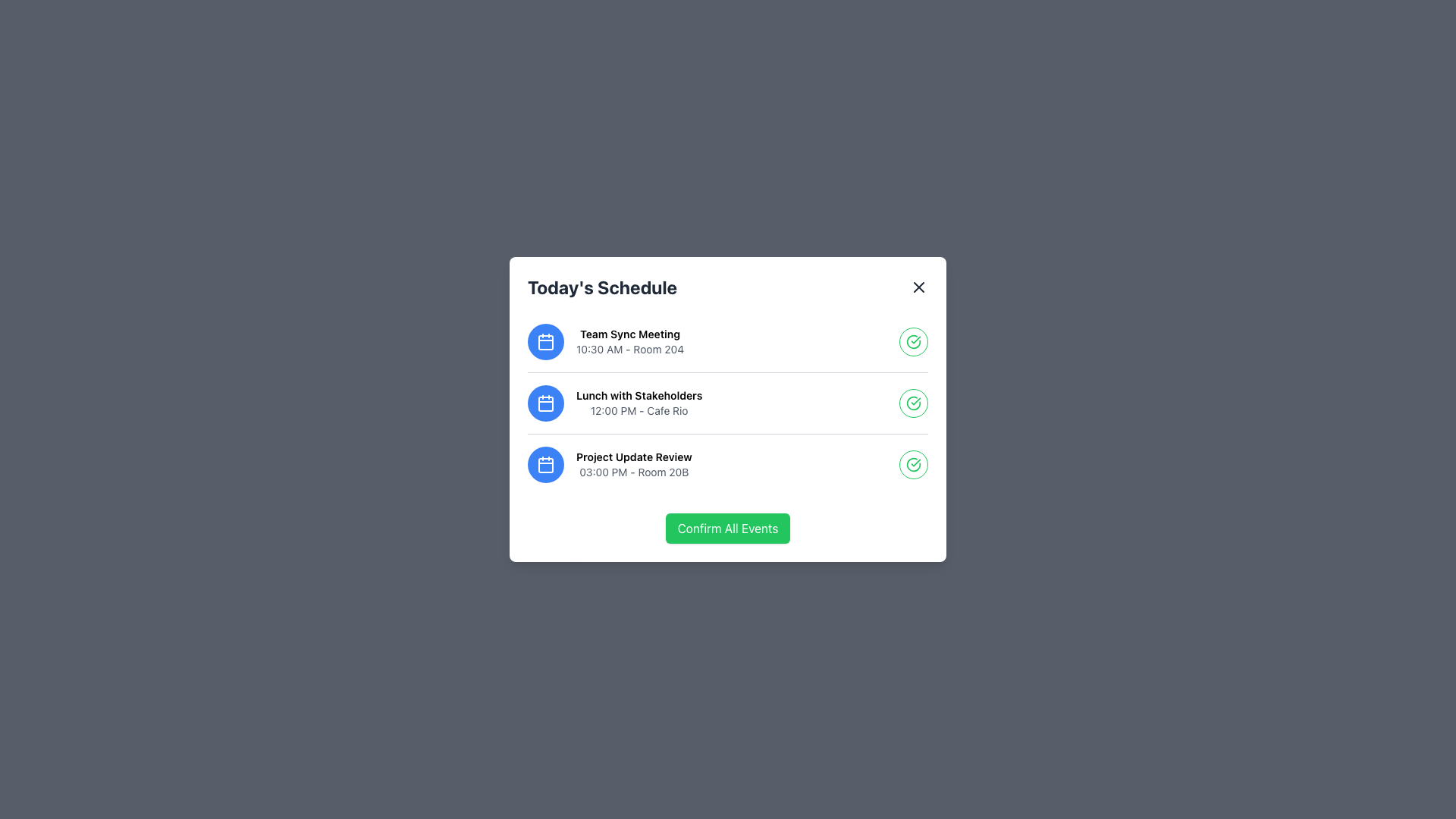 This screenshot has width=1456, height=819. Describe the element at coordinates (912, 403) in the screenshot. I see `the green circle icon button with a checkmark inside the 'Today's Schedule' modal to mark the task as done` at that location.